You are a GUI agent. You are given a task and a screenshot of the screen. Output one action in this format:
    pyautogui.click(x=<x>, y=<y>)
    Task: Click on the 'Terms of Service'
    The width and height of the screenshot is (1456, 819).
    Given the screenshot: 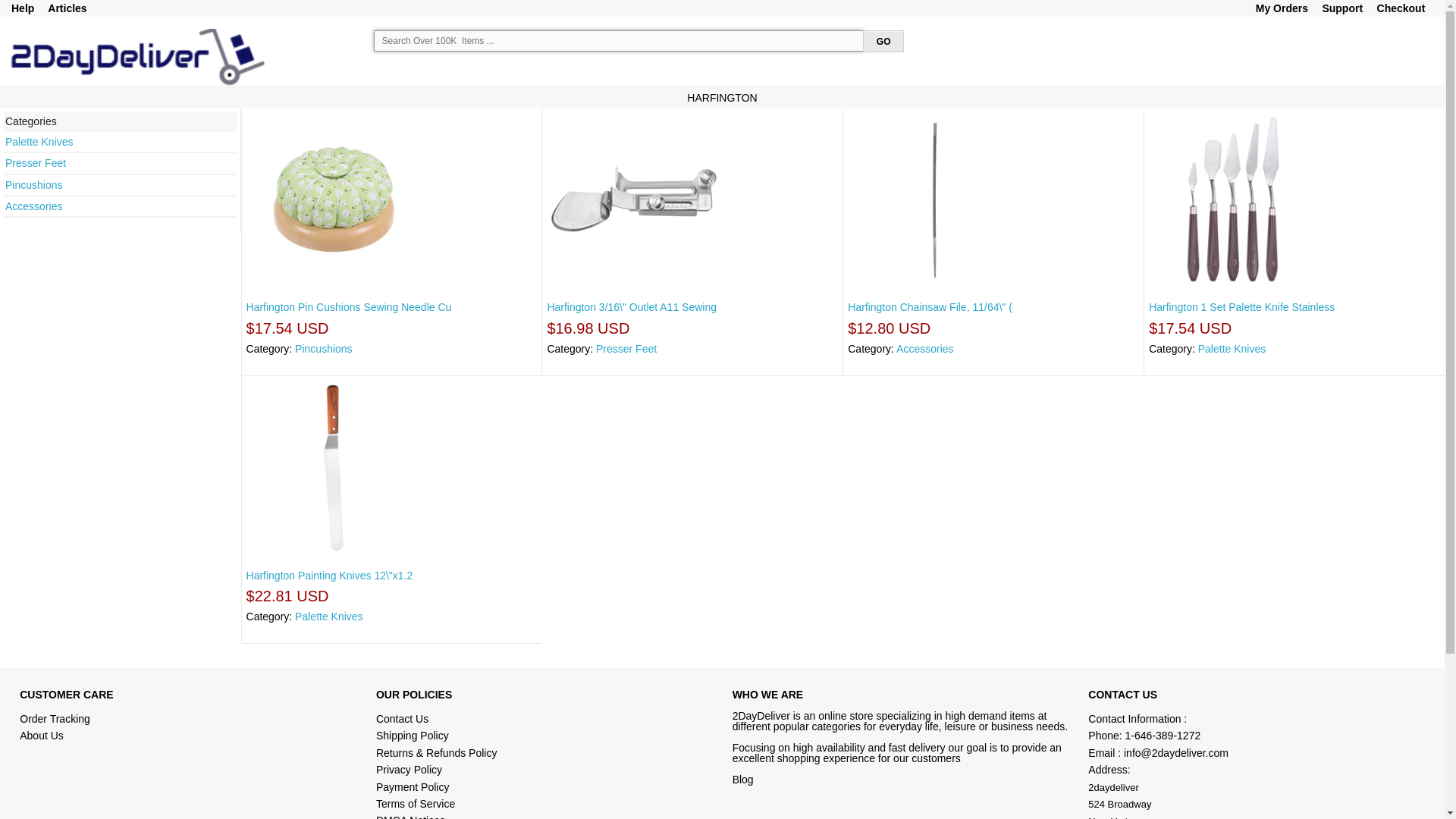 What is the action you would take?
    pyautogui.click(x=415, y=803)
    